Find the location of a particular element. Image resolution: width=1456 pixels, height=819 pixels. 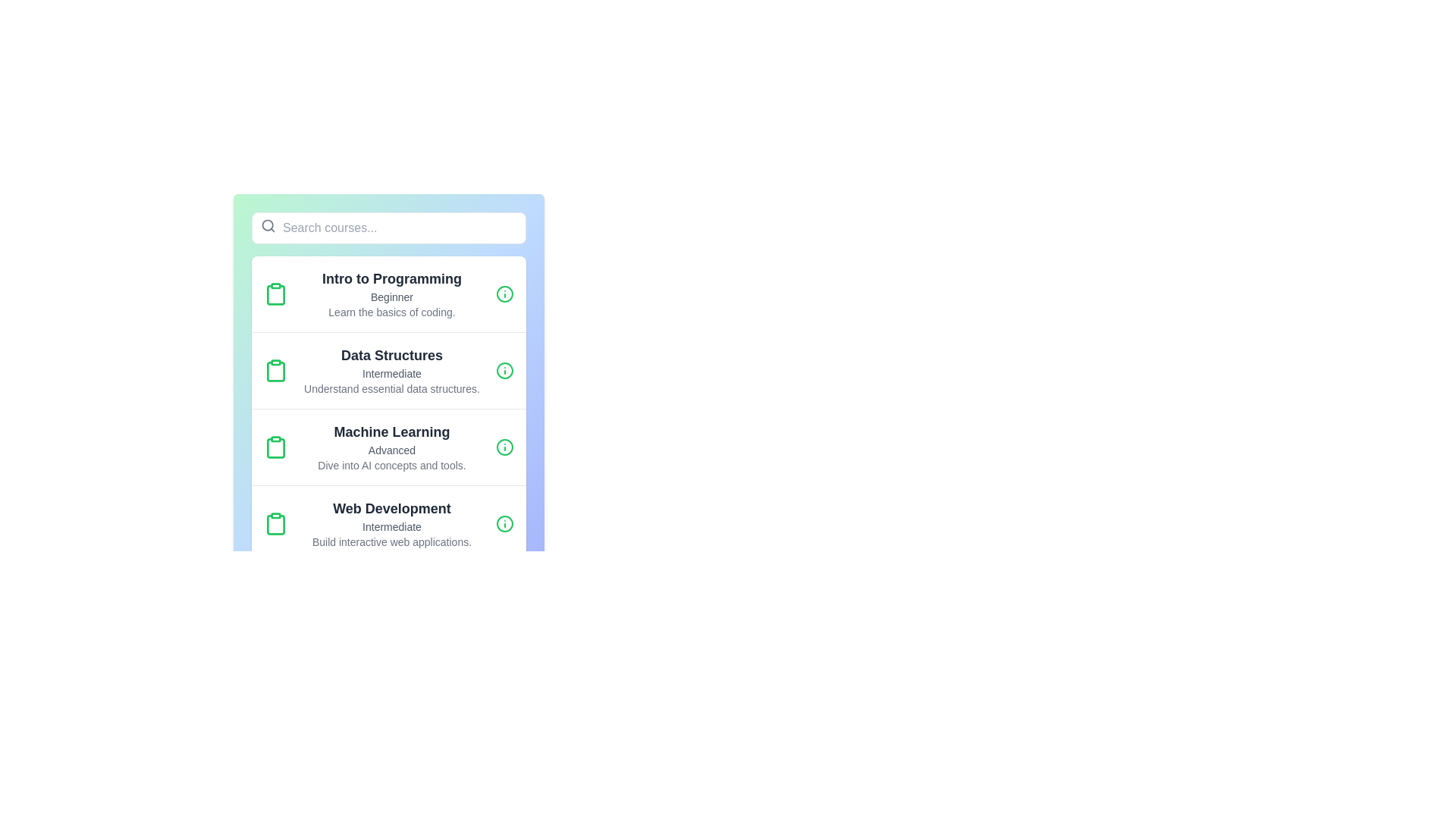

the information icon located on the right side of the 'Machine Learning' course entry, which includes the title 'Machine Learning', the label 'Advanced', and the description 'Dive into AI concepts and tools' is located at coordinates (505, 447).